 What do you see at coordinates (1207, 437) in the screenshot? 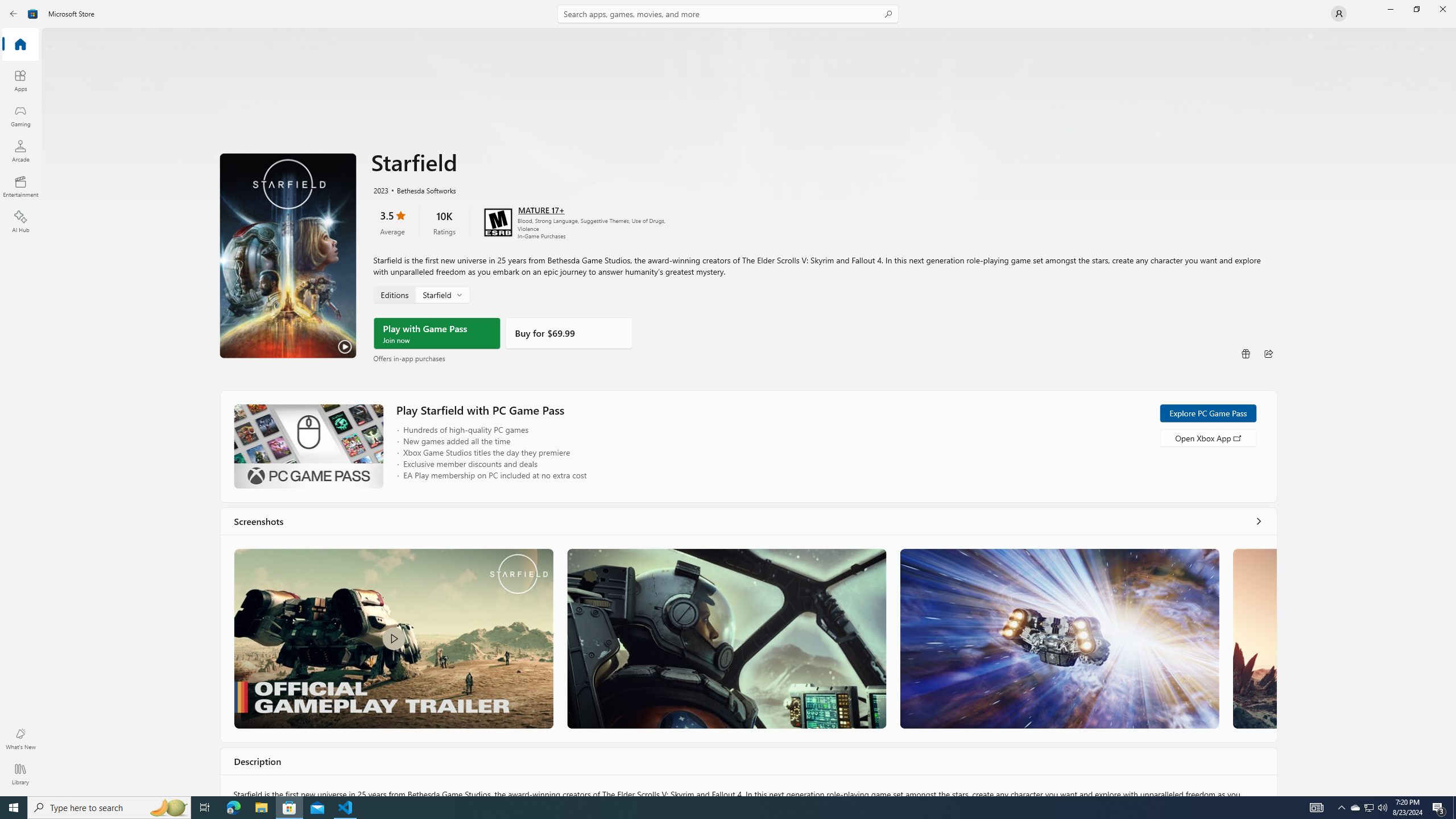
I see `'Open Xbox App'` at bounding box center [1207, 437].